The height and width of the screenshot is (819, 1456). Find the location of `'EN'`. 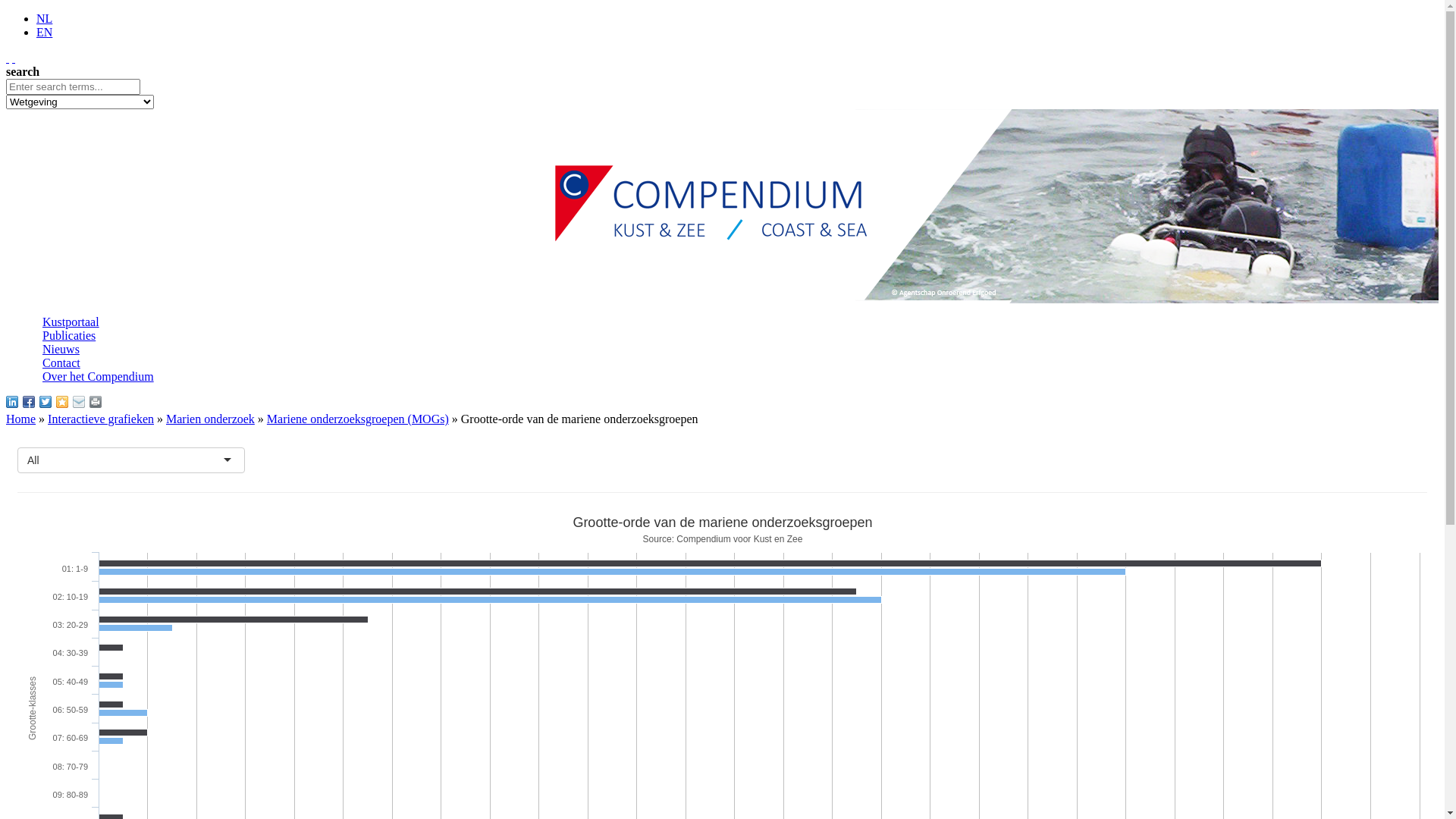

'EN' is located at coordinates (44, 32).